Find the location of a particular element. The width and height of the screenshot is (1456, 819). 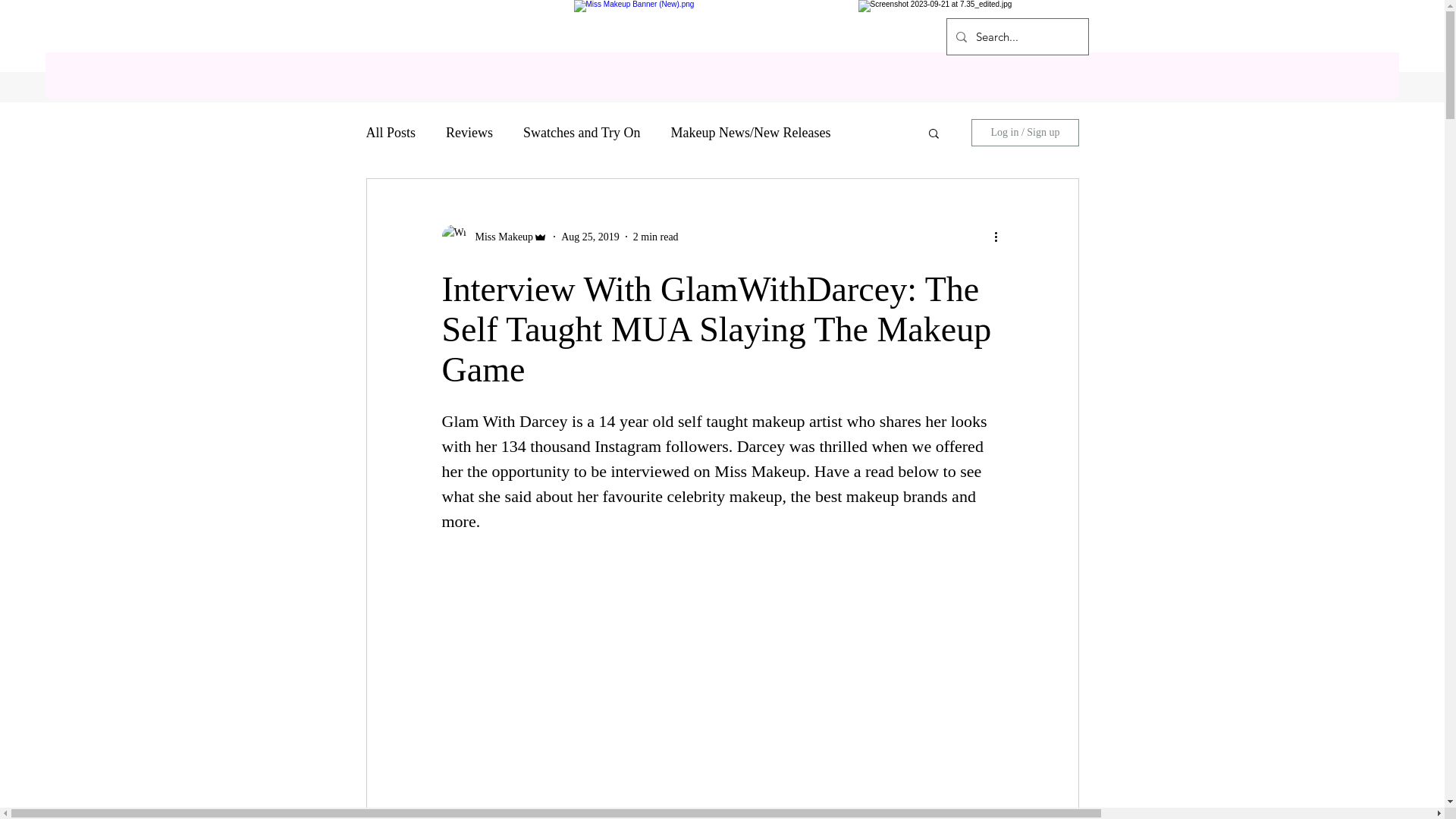

'Log in / Sign up' is located at coordinates (1025, 131).